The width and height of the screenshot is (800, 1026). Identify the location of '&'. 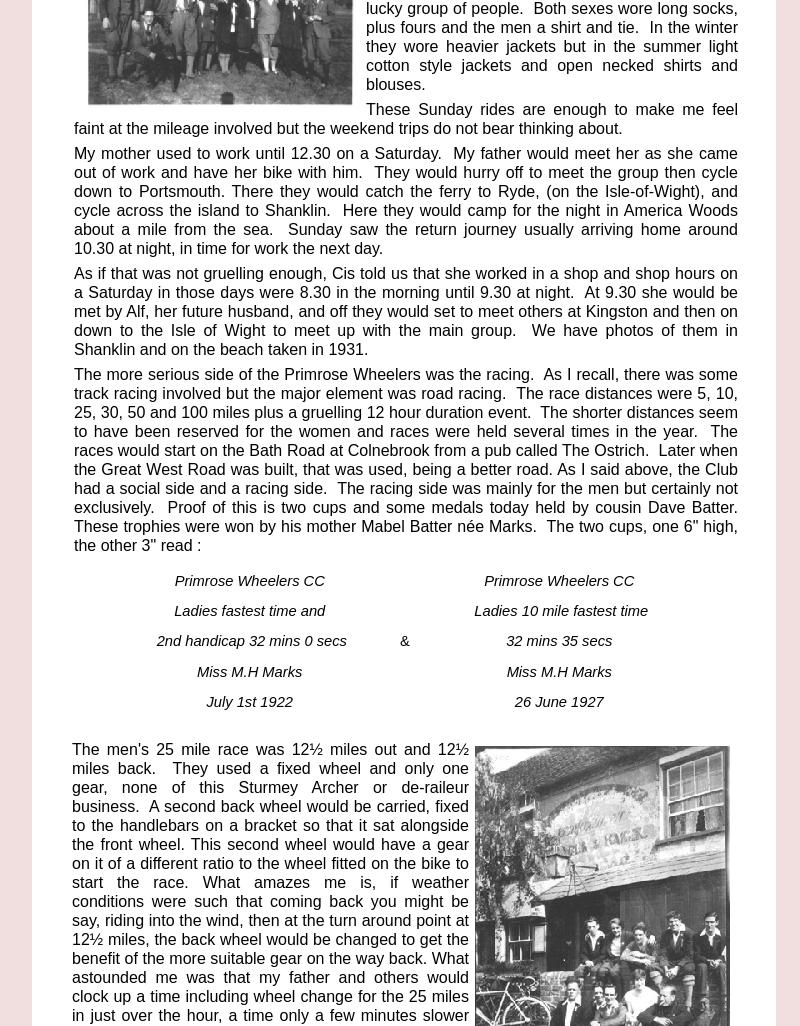
(404, 641).